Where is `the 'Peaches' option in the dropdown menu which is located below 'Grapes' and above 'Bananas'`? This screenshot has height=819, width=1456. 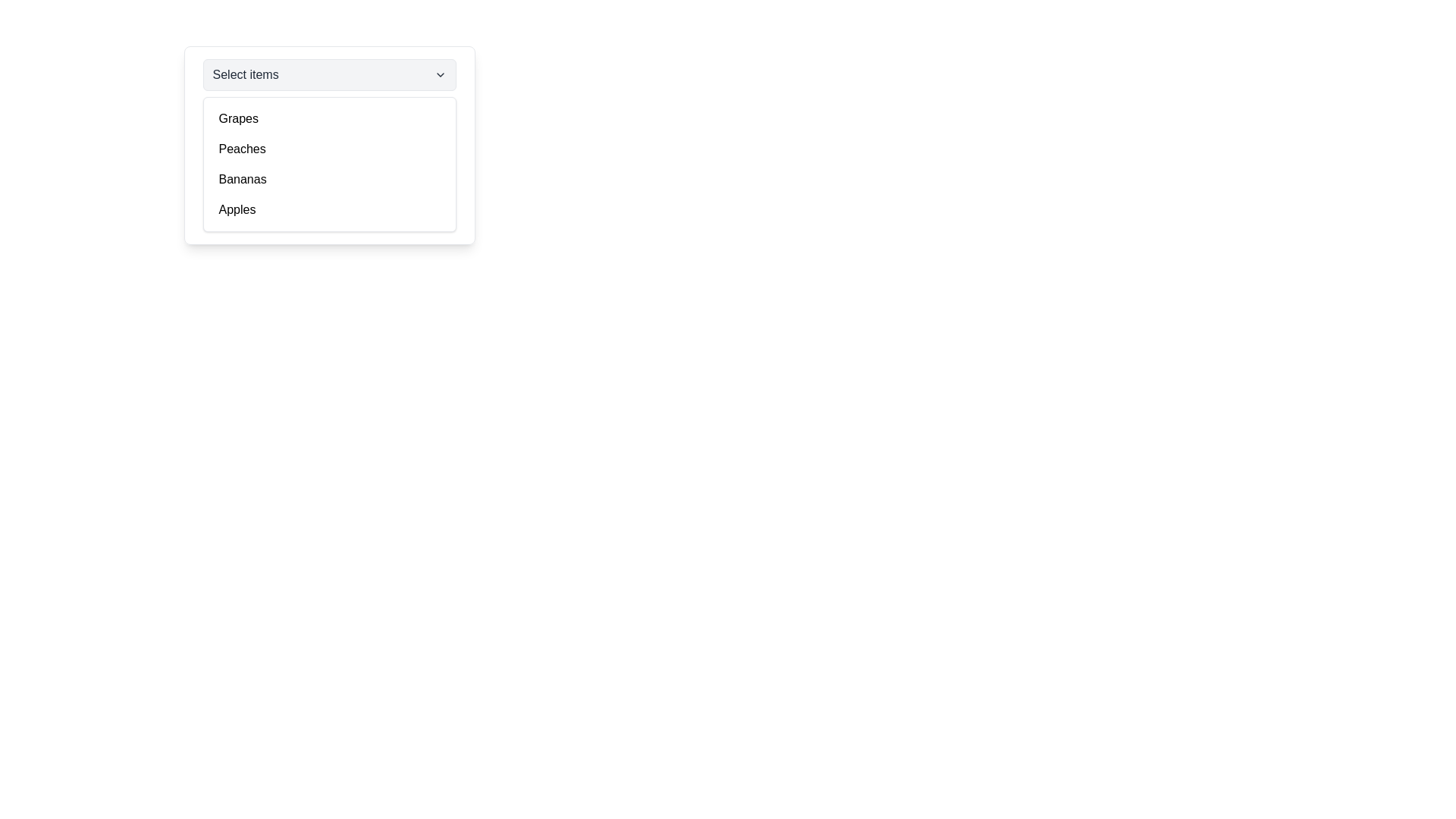 the 'Peaches' option in the dropdown menu which is located below 'Grapes' and above 'Bananas' is located at coordinates (241, 149).